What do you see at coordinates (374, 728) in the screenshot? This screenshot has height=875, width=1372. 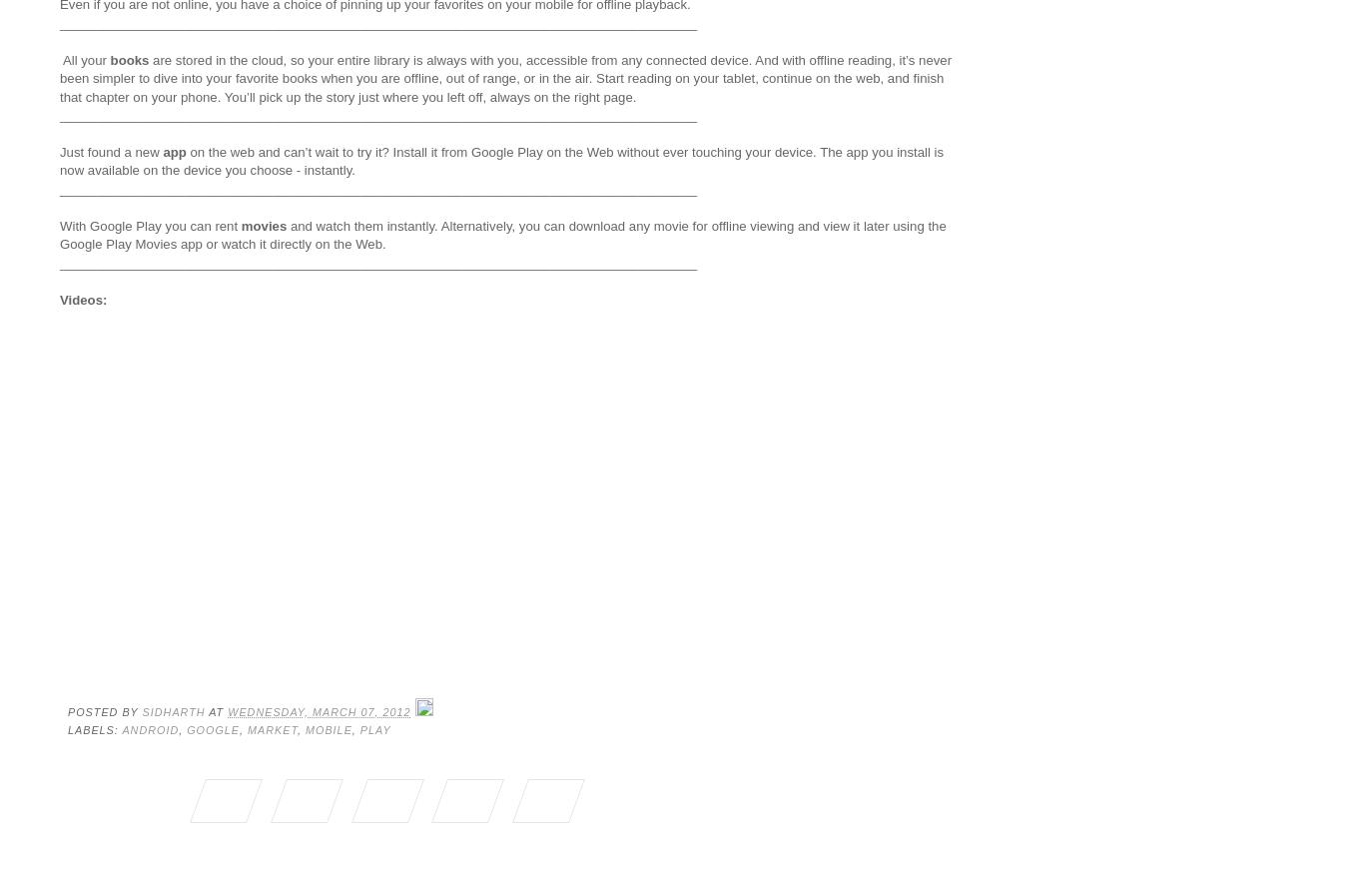 I see `'play'` at bounding box center [374, 728].